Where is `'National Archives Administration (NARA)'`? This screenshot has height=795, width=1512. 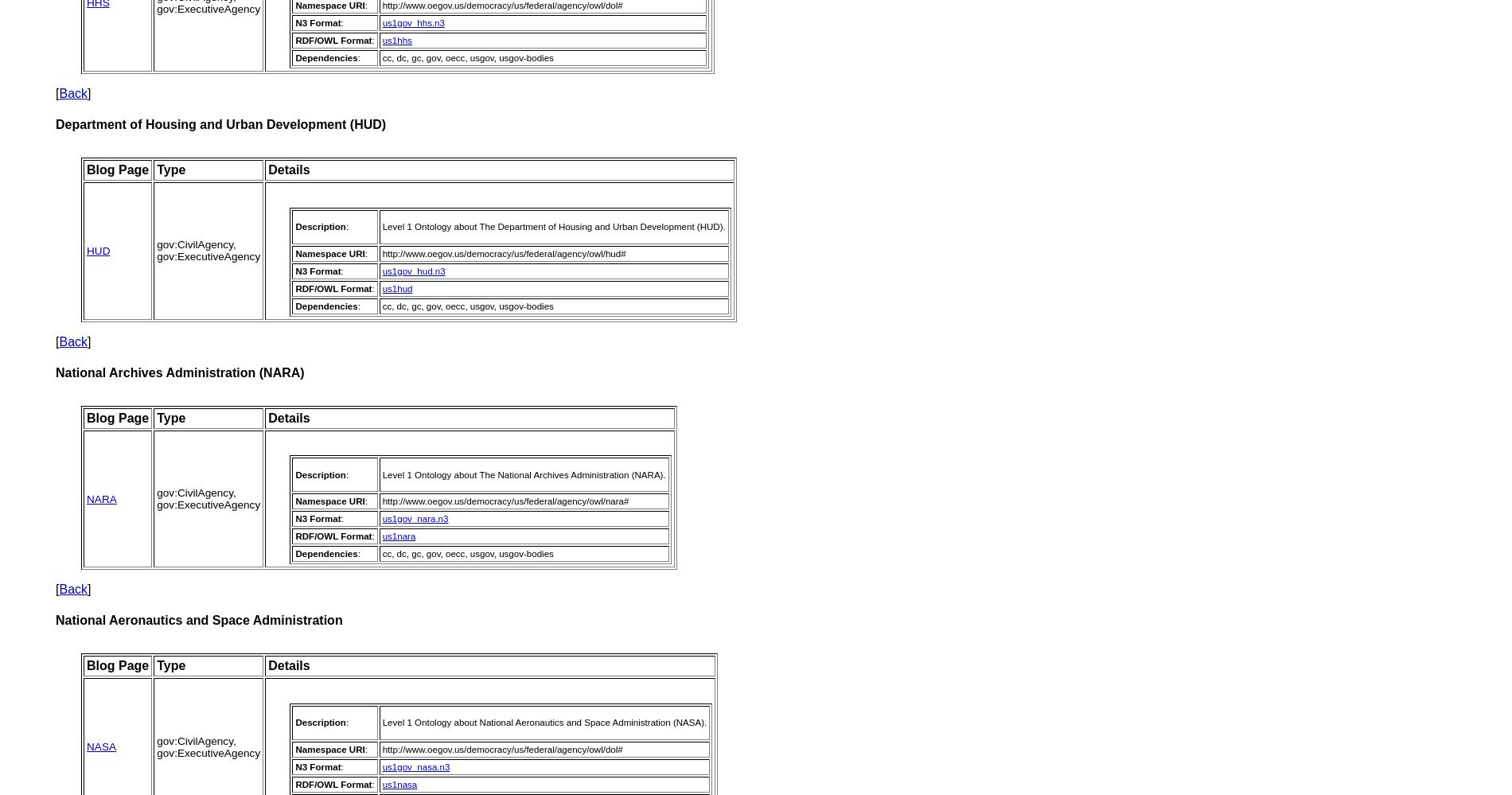 'National Archives Administration (NARA)' is located at coordinates (179, 372).